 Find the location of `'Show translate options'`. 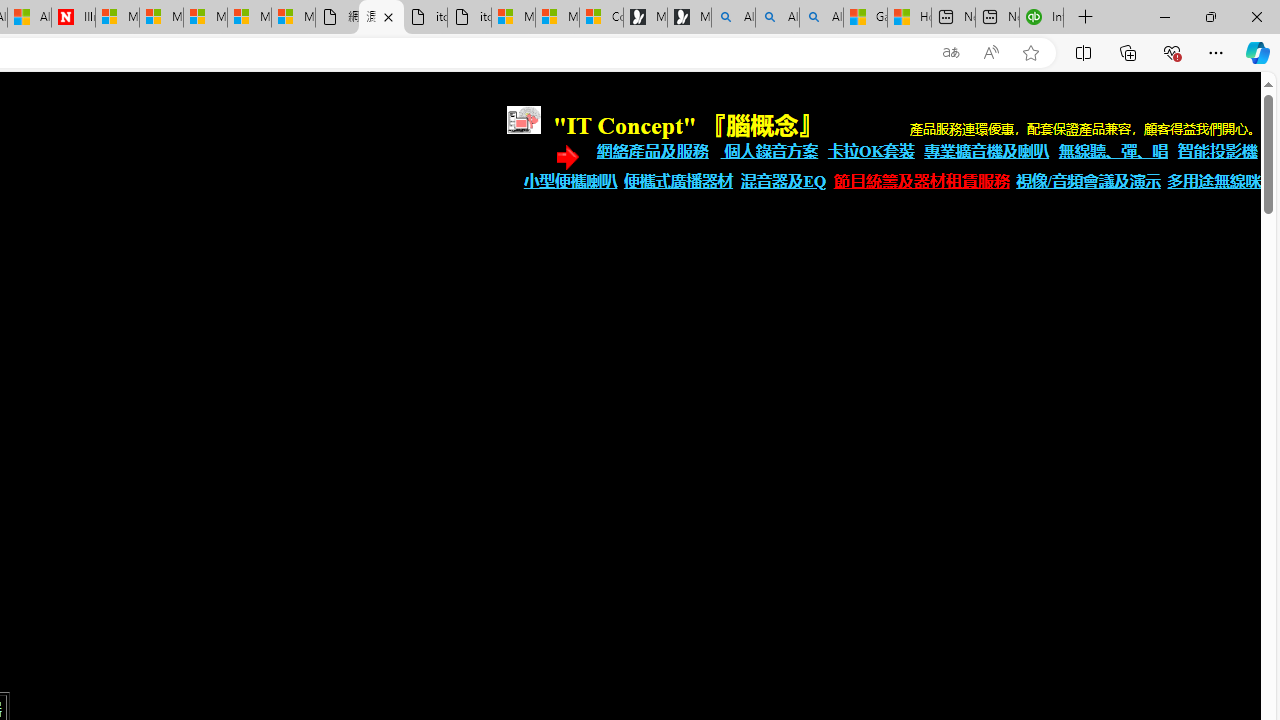

'Show translate options' is located at coordinates (950, 52).